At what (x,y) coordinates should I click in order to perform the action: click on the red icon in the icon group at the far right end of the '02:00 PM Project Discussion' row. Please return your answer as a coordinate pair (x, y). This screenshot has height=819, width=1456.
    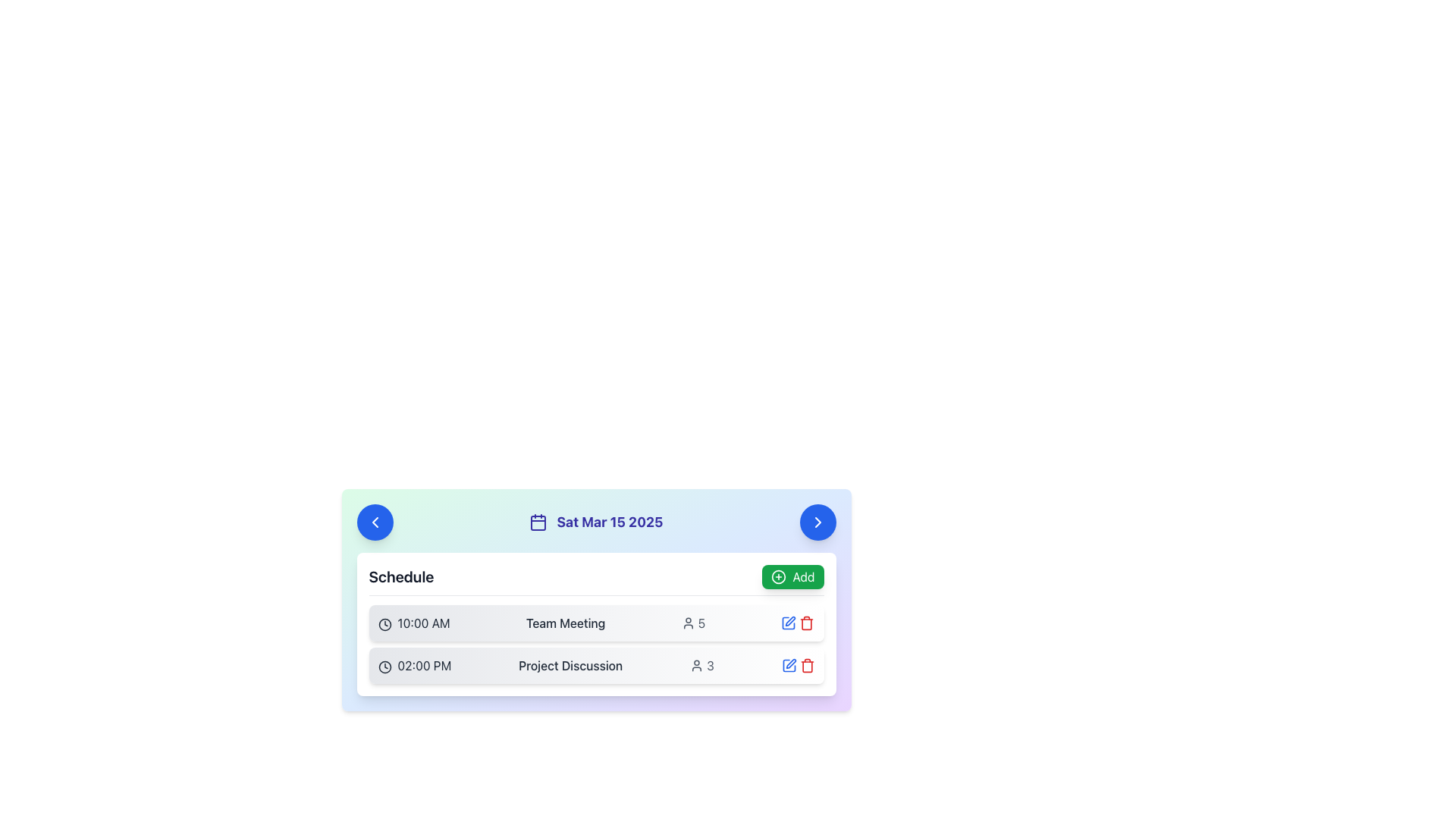
    Looking at the image, I should click on (797, 665).